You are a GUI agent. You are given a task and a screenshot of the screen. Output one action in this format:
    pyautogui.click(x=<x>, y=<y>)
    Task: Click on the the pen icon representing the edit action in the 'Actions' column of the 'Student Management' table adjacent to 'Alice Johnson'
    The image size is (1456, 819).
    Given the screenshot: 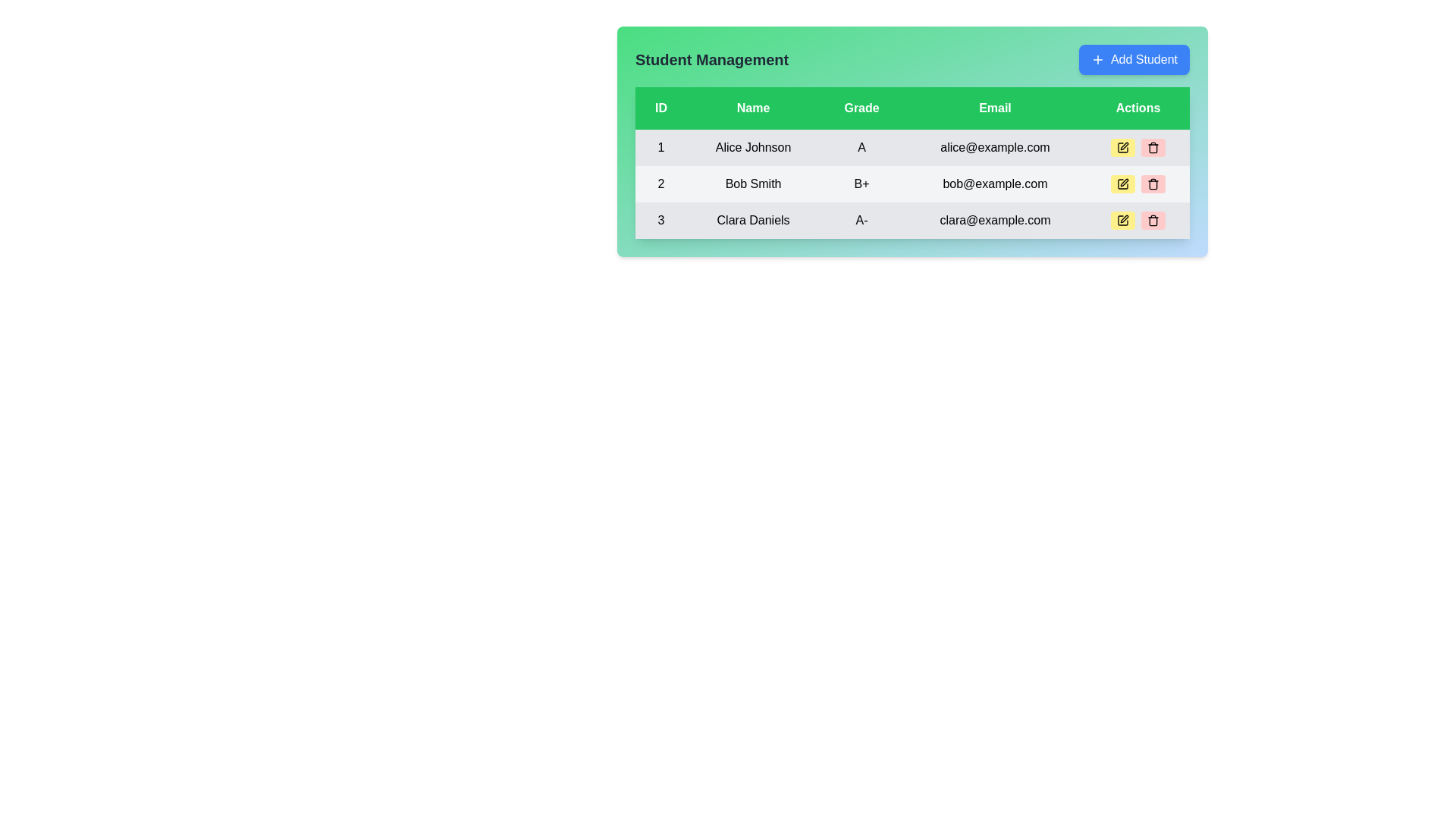 What is the action you would take?
    pyautogui.click(x=1125, y=146)
    